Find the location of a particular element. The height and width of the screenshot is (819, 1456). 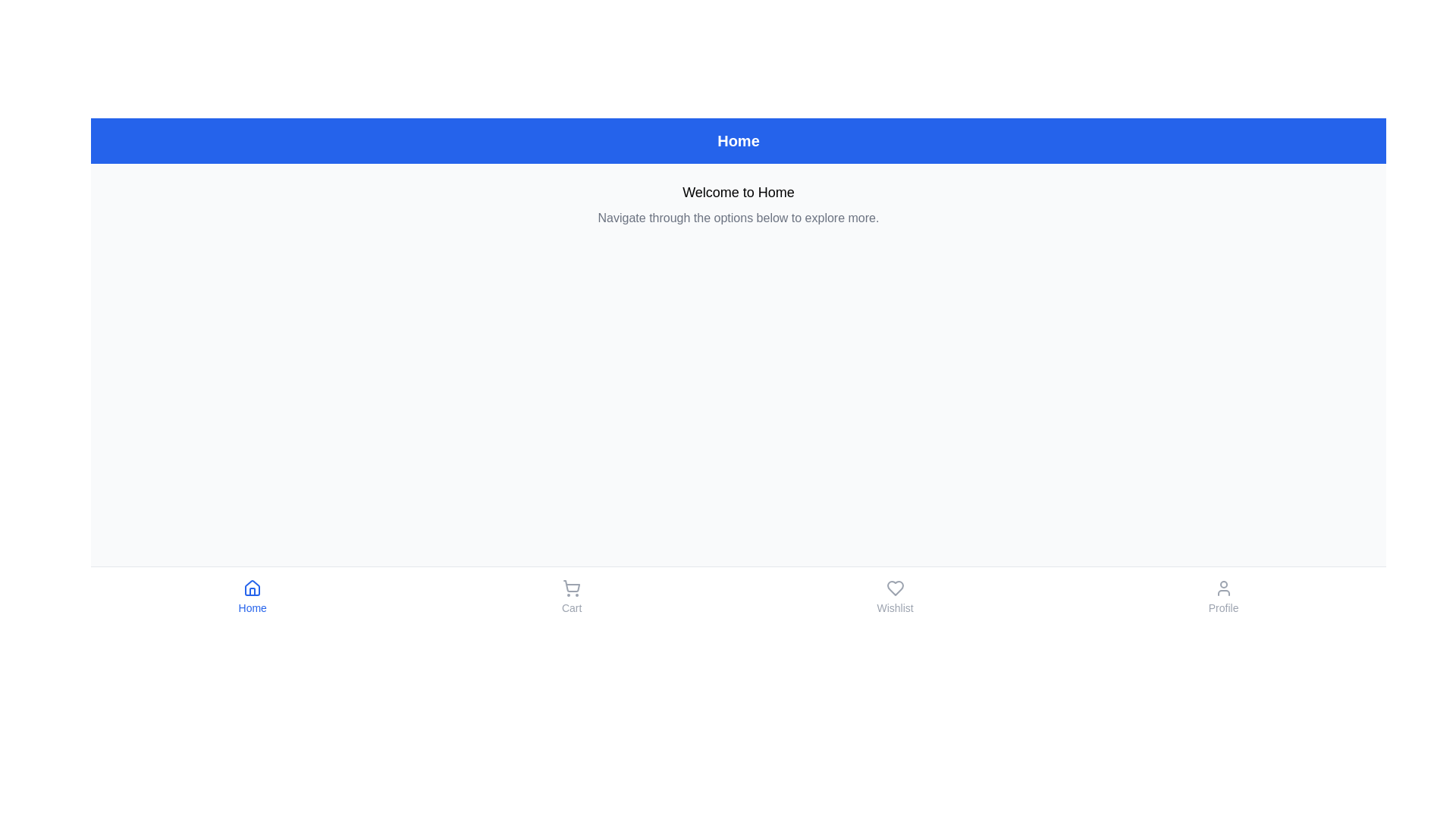

text label displaying 'Wishlist' located beneath the heart-shaped icon in the bottom navigation bar is located at coordinates (895, 607).